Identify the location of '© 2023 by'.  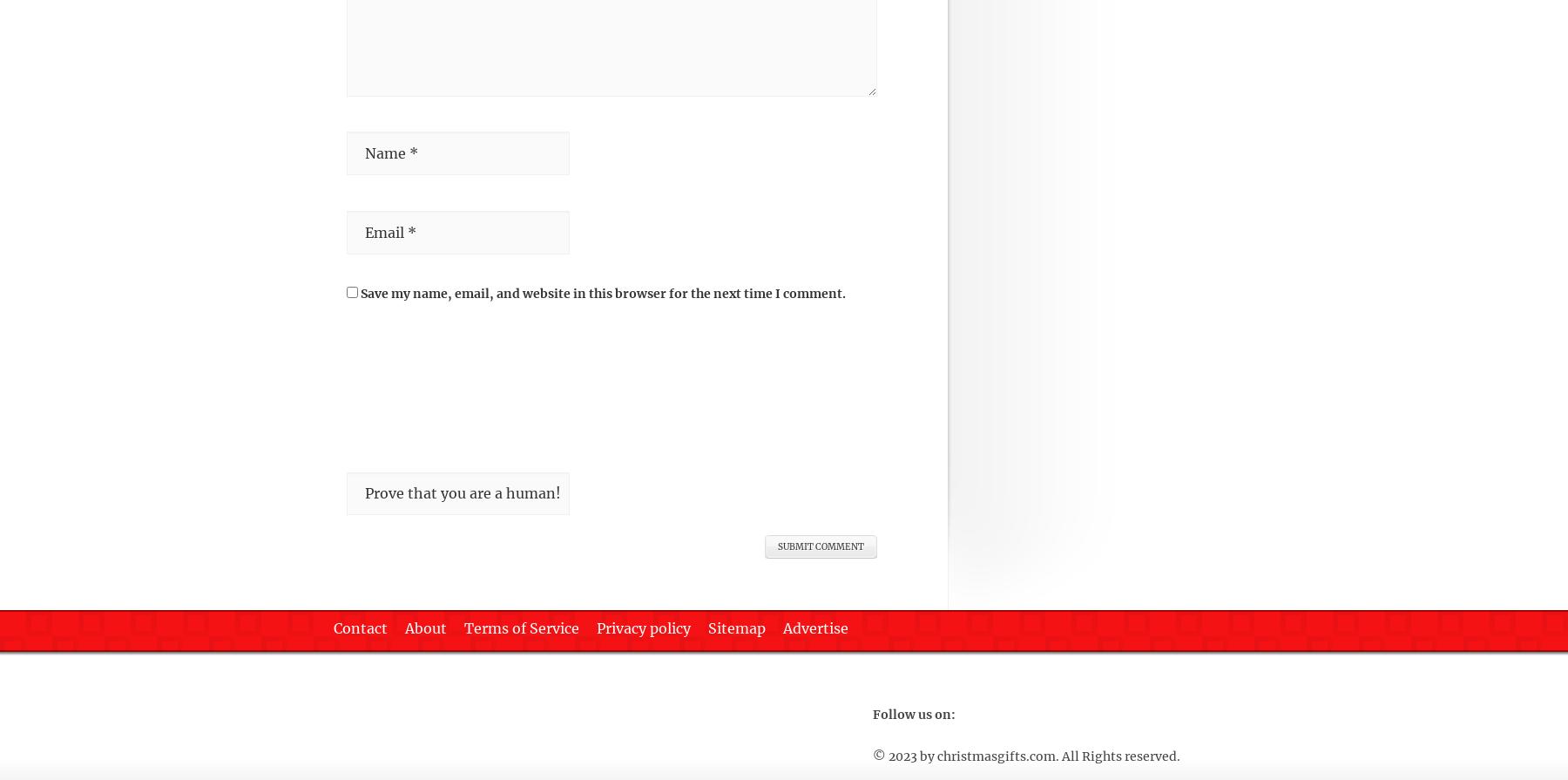
(904, 755).